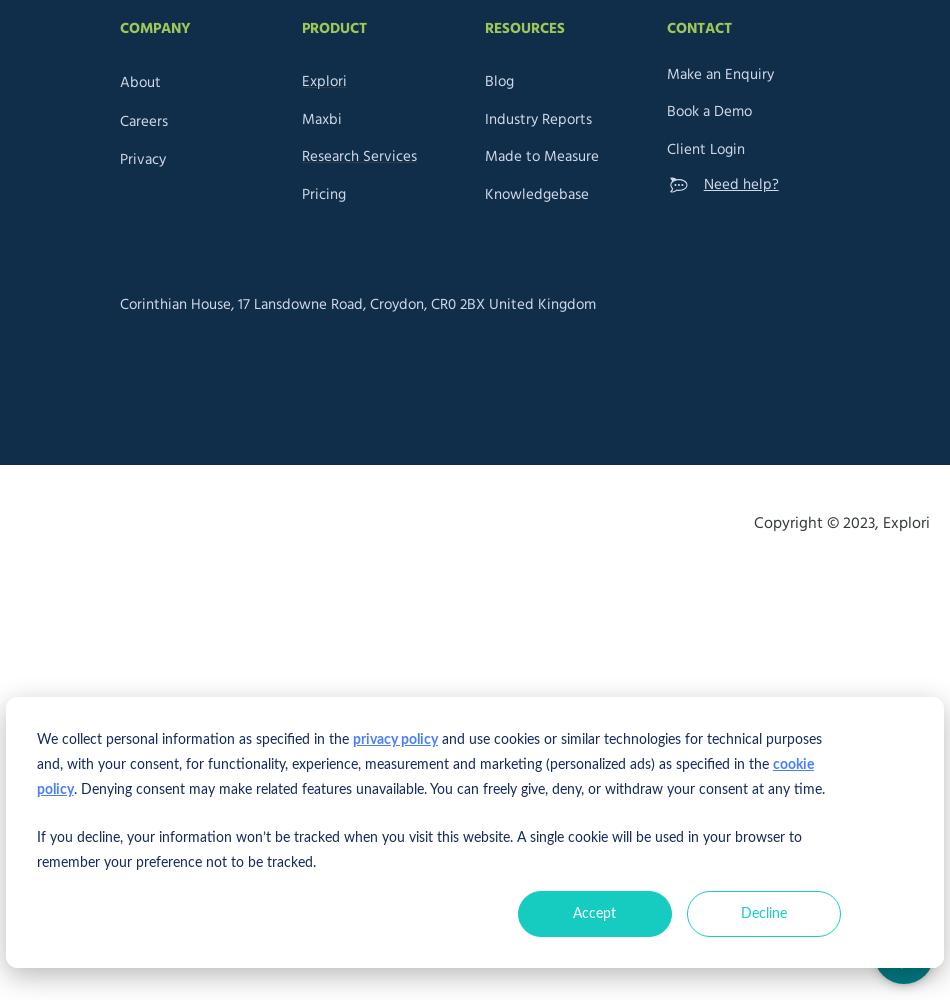 The height and width of the screenshot is (1000, 950). What do you see at coordinates (484, 28) in the screenshot?
I see `'RESOURCES'` at bounding box center [484, 28].